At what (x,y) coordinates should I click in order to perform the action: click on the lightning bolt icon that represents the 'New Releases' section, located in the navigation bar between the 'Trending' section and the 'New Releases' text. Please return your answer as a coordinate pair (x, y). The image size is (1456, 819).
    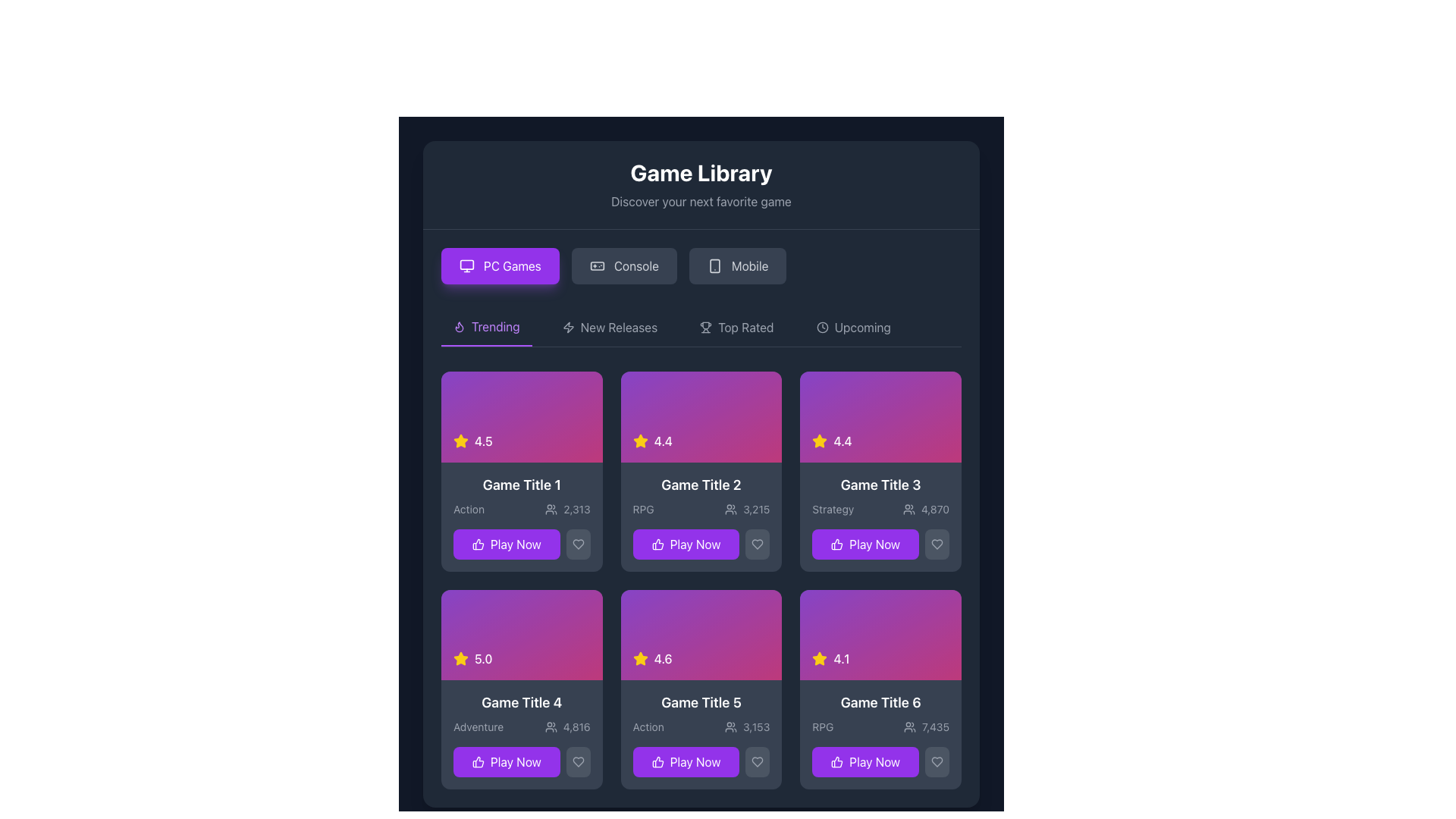
    Looking at the image, I should click on (567, 327).